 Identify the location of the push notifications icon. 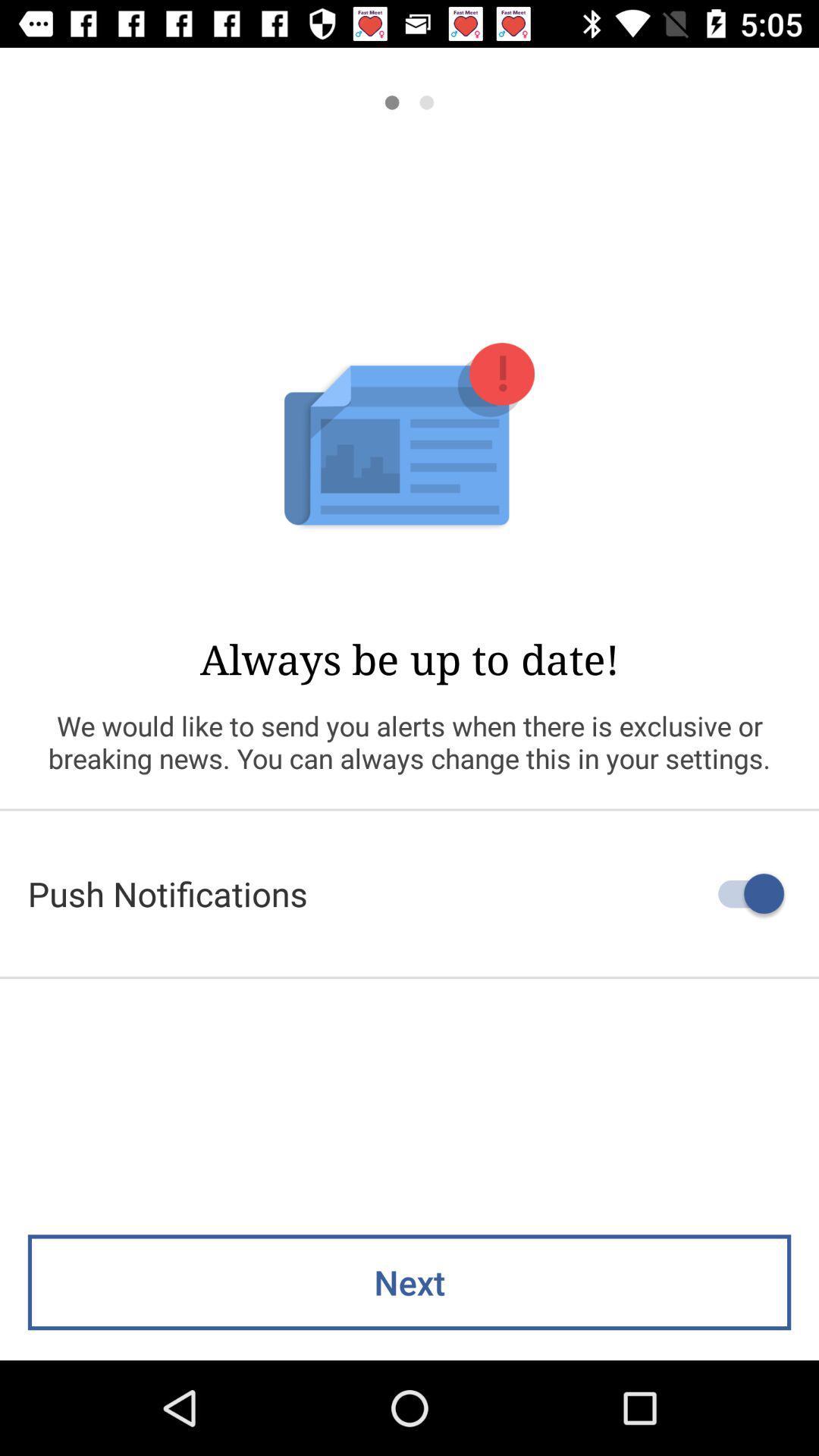
(409, 893).